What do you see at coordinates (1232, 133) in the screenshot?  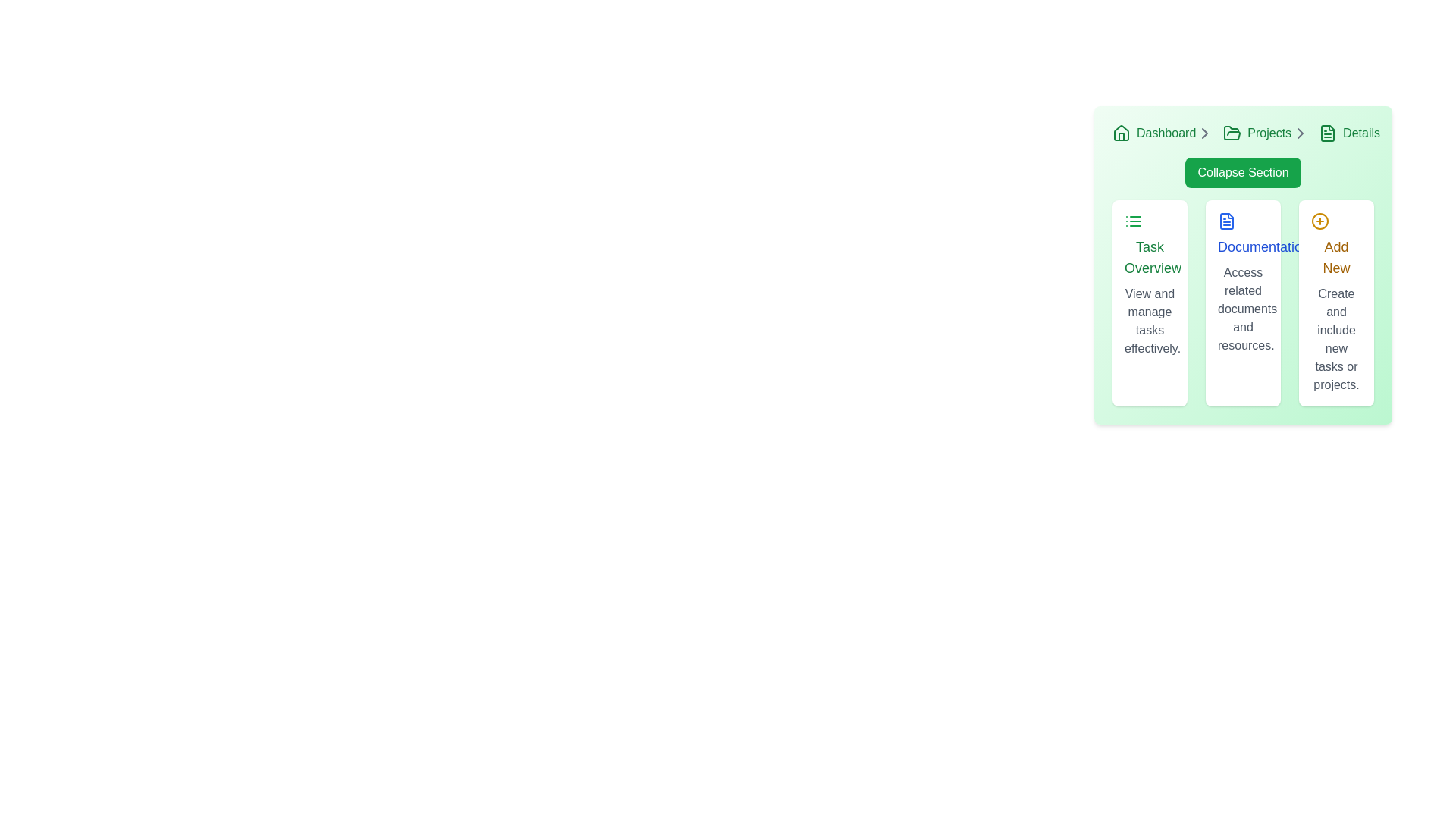 I see `the open folder icon with a green outline located in the breadcrumb navigation bar, positioned between the 'Dashboard' and 'Details' breadcrumbs` at bounding box center [1232, 133].